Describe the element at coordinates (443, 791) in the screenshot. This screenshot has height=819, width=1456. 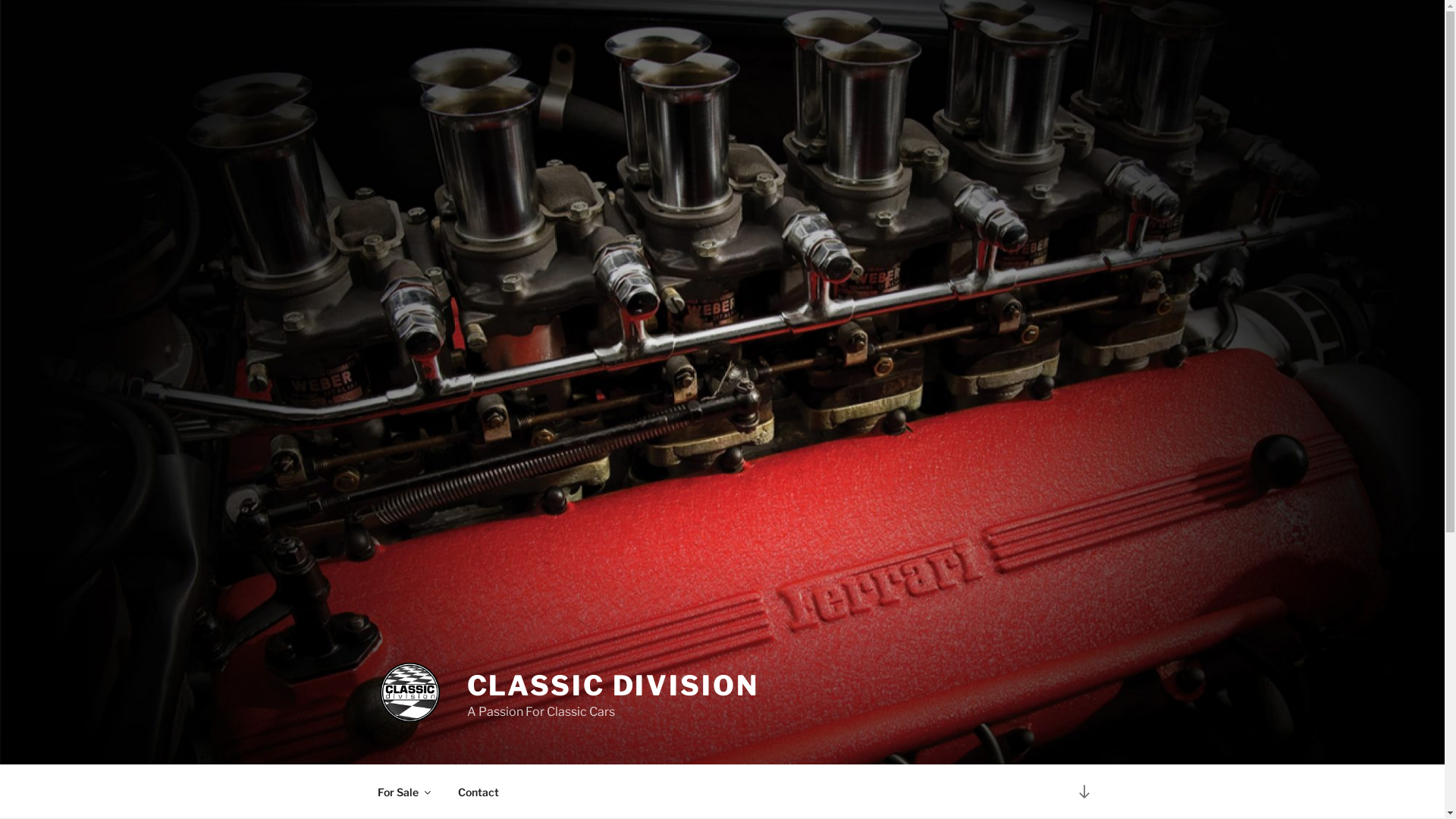
I see `'Contact'` at that location.